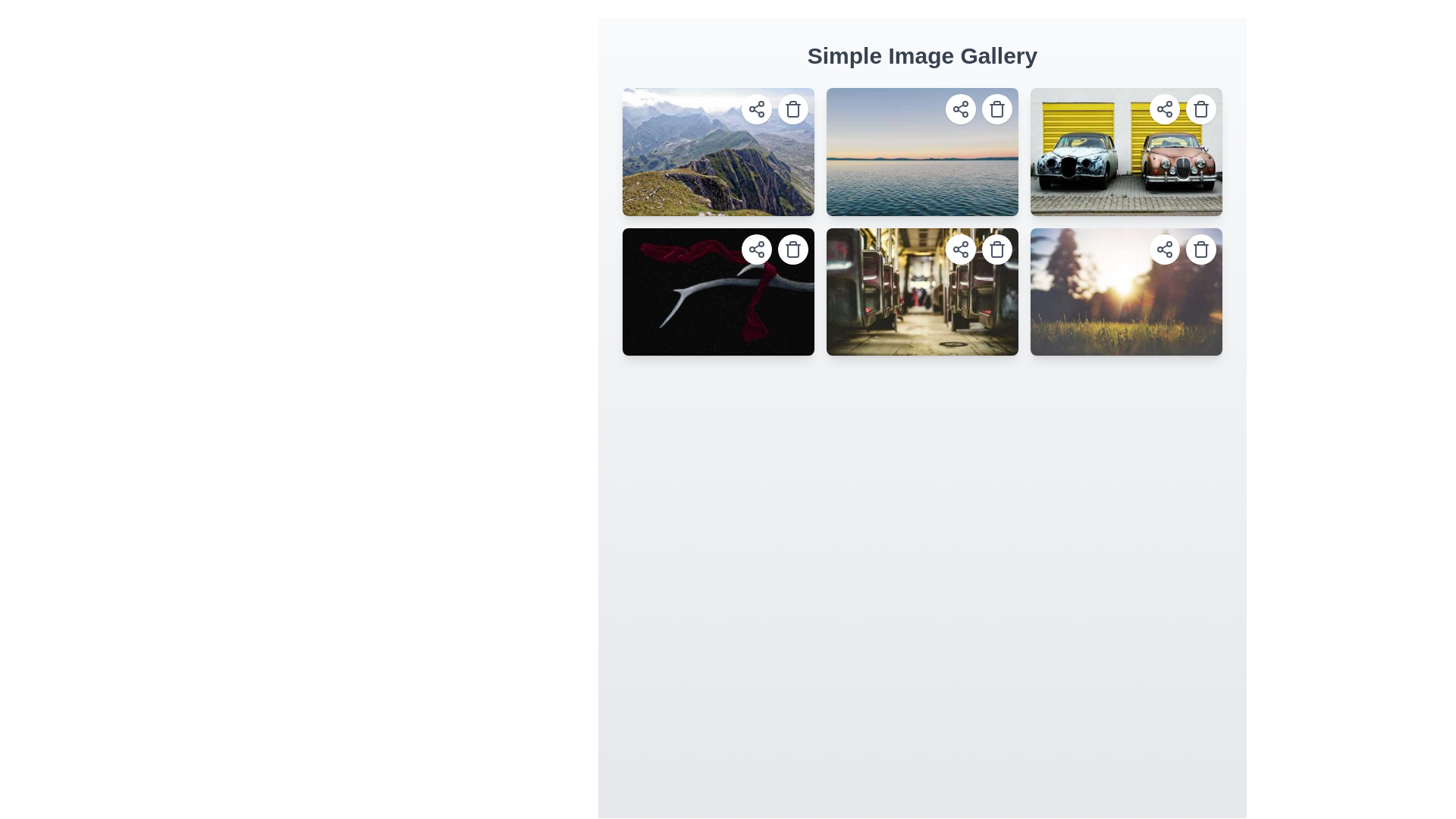  What do you see at coordinates (960, 247) in the screenshot?
I see `the share button located` at bounding box center [960, 247].